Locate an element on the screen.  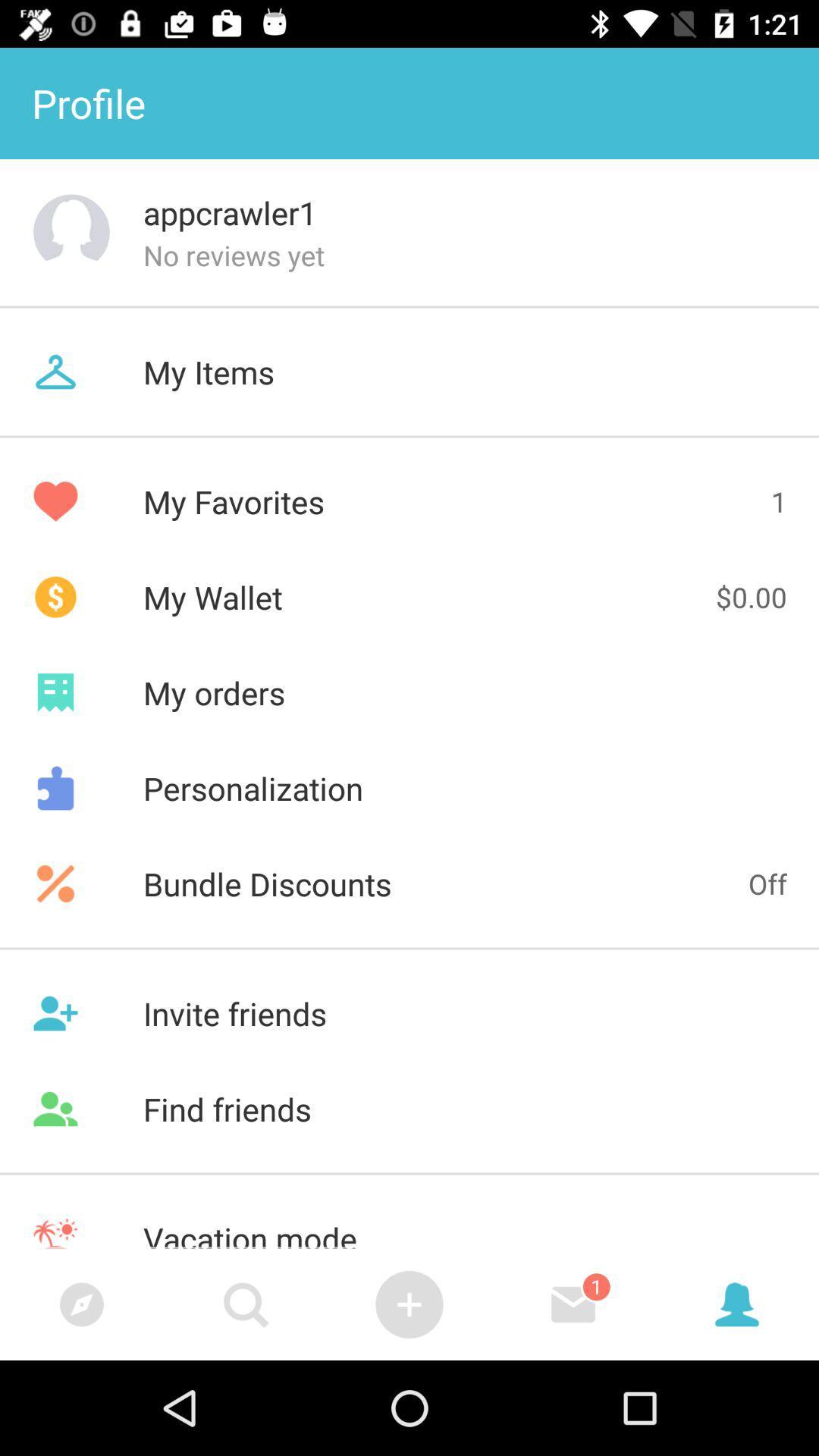
account icon which is right side of message box is located at coordinates (736, 1304).